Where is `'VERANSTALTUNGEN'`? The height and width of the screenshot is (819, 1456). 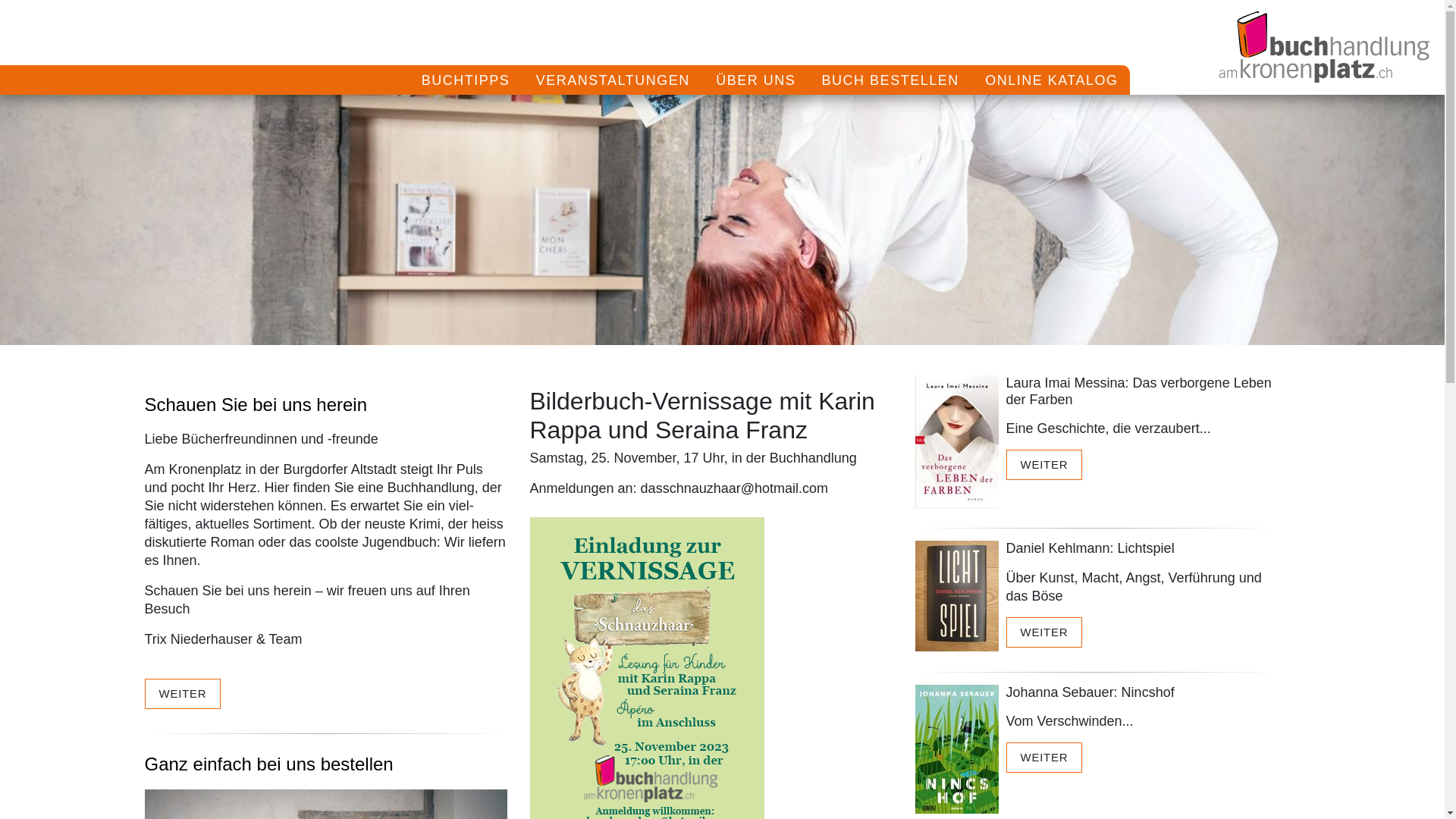
'VERANSTALTUNGEN' is located at coordinates (613, 80).